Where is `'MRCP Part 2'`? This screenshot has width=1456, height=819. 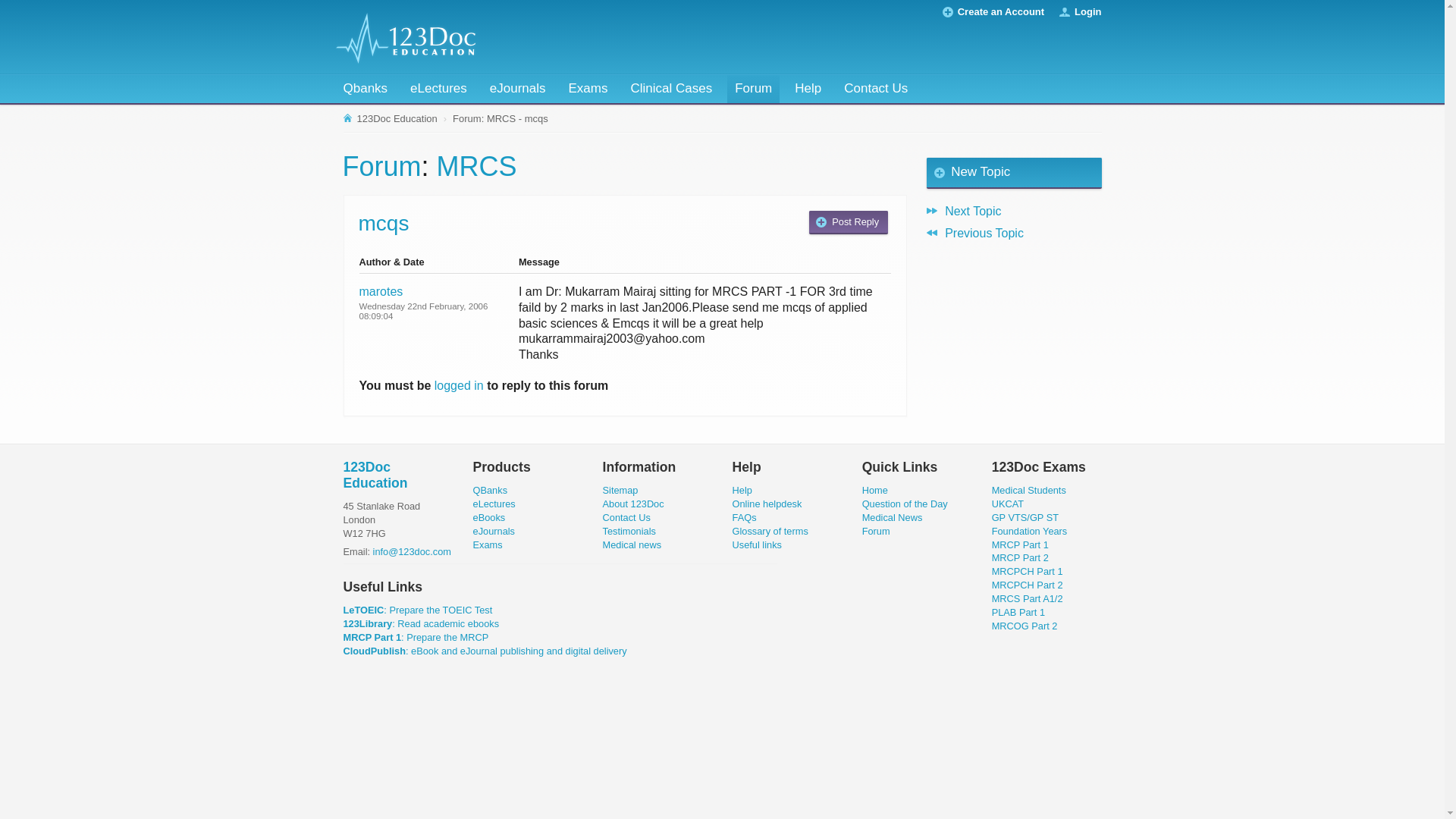
'MRCP Part 2' is located at coordinates (1020, 557).